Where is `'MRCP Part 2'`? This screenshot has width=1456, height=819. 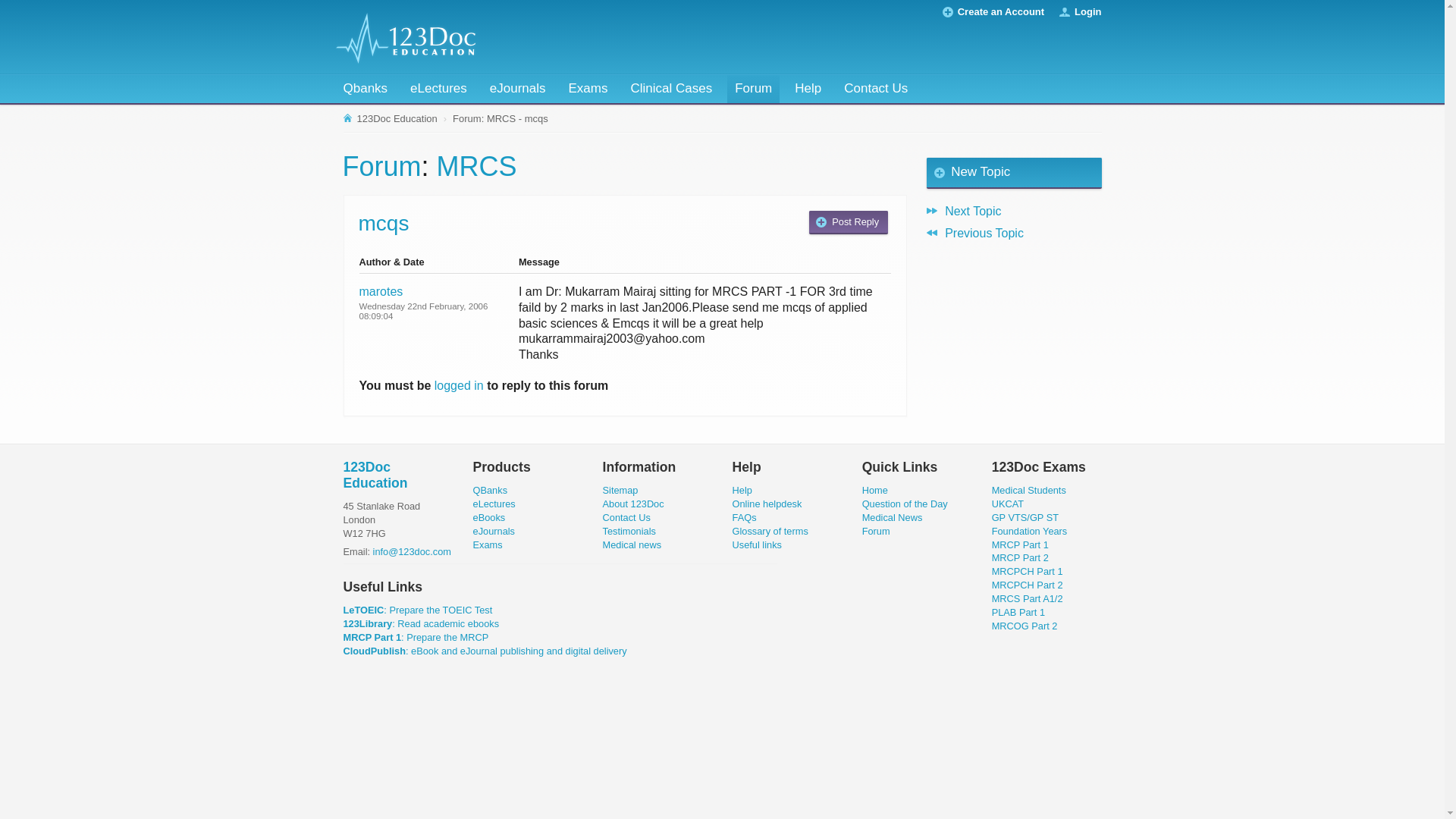
'MRCP Part 2' is located at coordinates (1020, 557).